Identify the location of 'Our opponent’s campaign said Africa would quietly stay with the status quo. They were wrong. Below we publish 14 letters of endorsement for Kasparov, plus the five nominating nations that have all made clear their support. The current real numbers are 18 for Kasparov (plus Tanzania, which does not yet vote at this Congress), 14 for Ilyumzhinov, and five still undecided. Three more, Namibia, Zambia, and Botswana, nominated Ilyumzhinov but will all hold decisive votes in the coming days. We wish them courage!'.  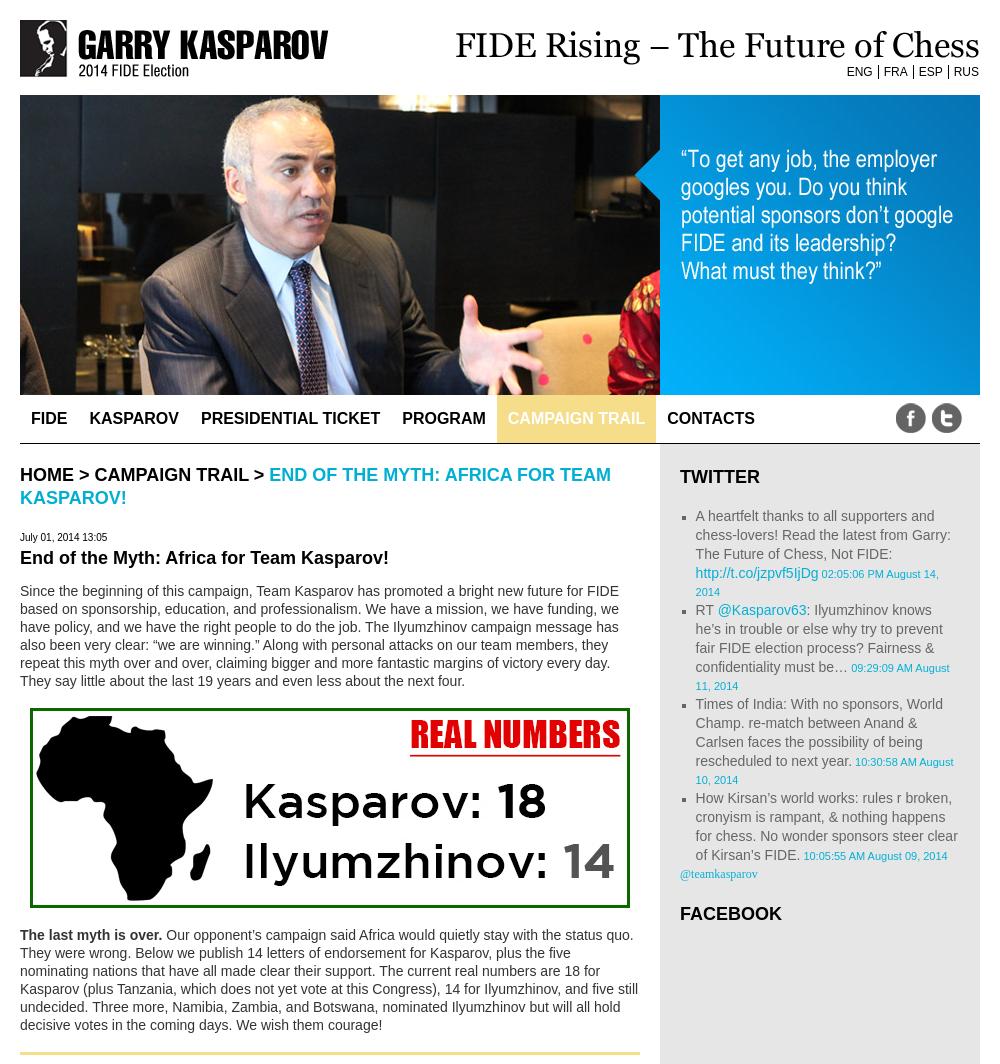
(328, 980).